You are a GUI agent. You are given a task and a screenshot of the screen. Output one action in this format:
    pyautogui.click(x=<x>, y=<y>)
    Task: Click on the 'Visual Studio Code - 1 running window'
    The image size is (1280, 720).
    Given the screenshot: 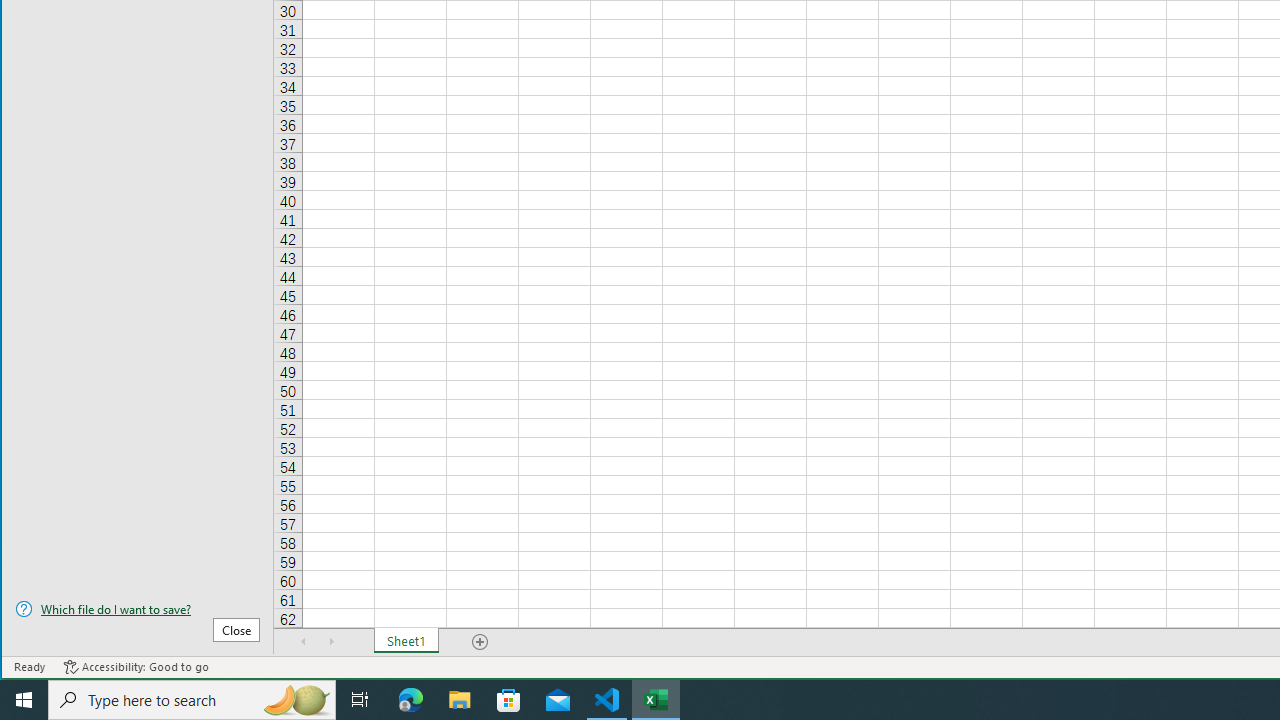 What is the action you would take?
    pyautogui.click(x=606, y=698)
    